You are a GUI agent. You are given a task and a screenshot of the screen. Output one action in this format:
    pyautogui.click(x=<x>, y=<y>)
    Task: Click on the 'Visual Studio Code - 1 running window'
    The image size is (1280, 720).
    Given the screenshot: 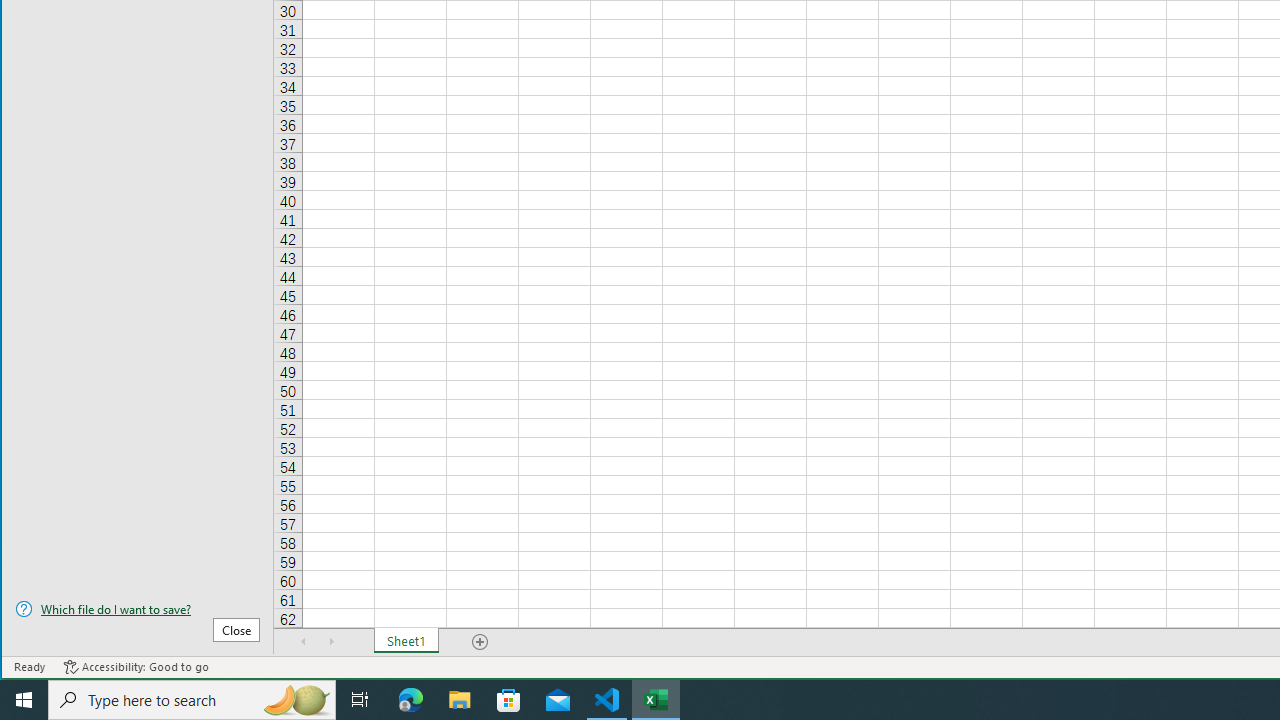 What is the action you would take?
    pyautogui.click(x=606, y=698)
    